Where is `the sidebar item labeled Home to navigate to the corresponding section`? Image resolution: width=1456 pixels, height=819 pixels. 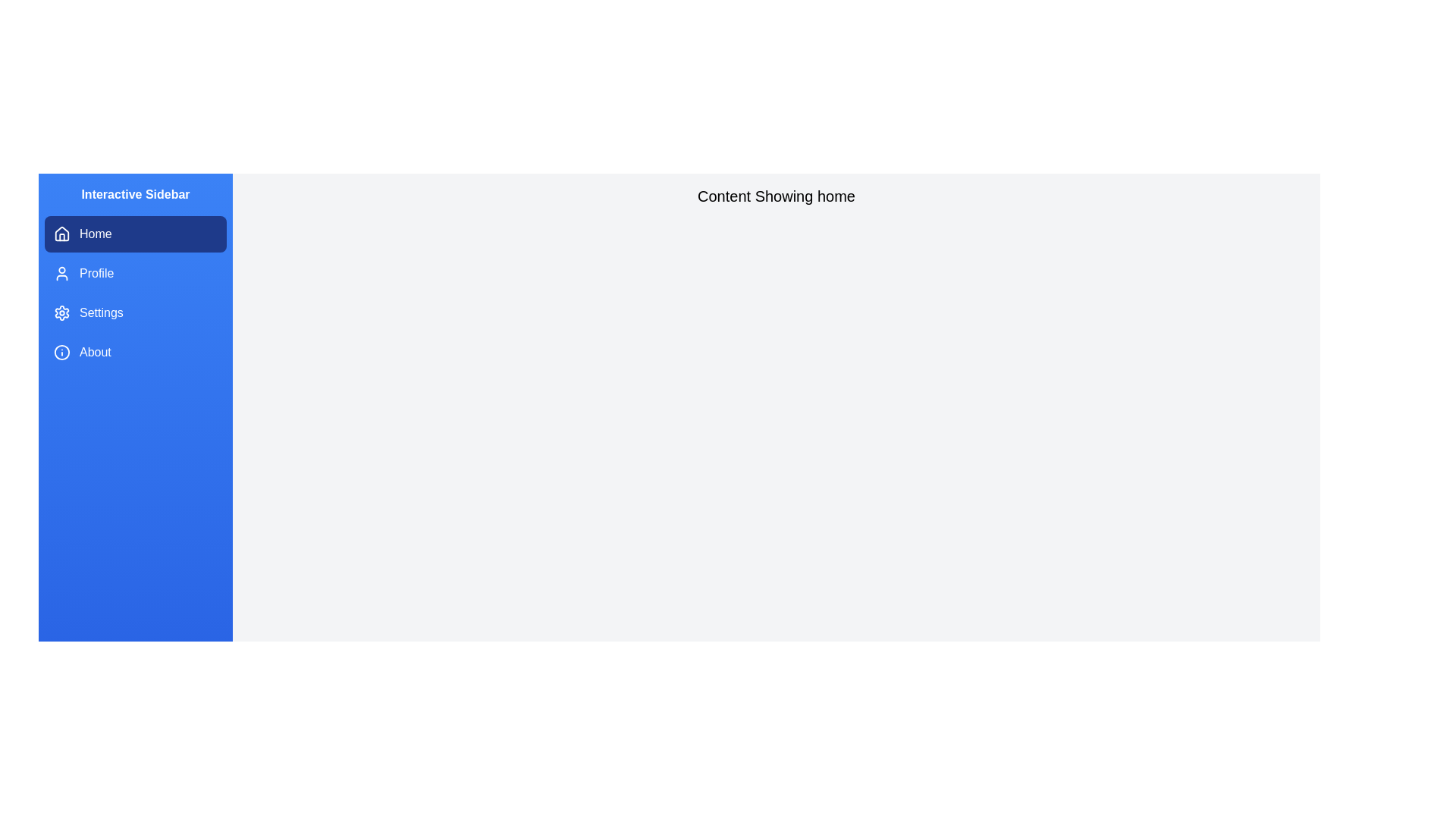
the sidebar item labeled Home to navigate to the corresponding section is located at coordinates (135, 234).